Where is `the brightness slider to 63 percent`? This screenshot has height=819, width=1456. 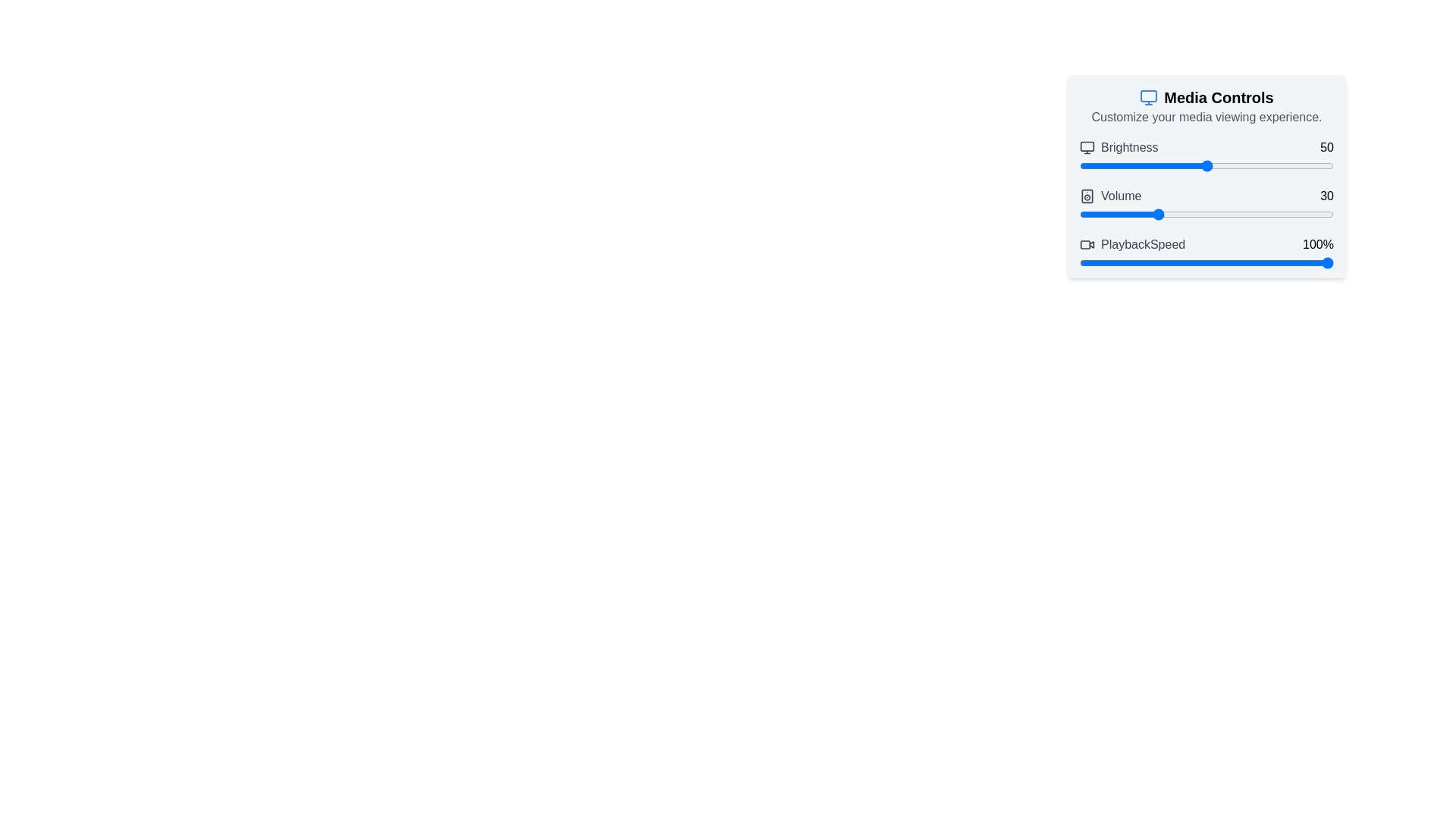 the brightness slider to 63 percent is located at coordinates (1240, 166).